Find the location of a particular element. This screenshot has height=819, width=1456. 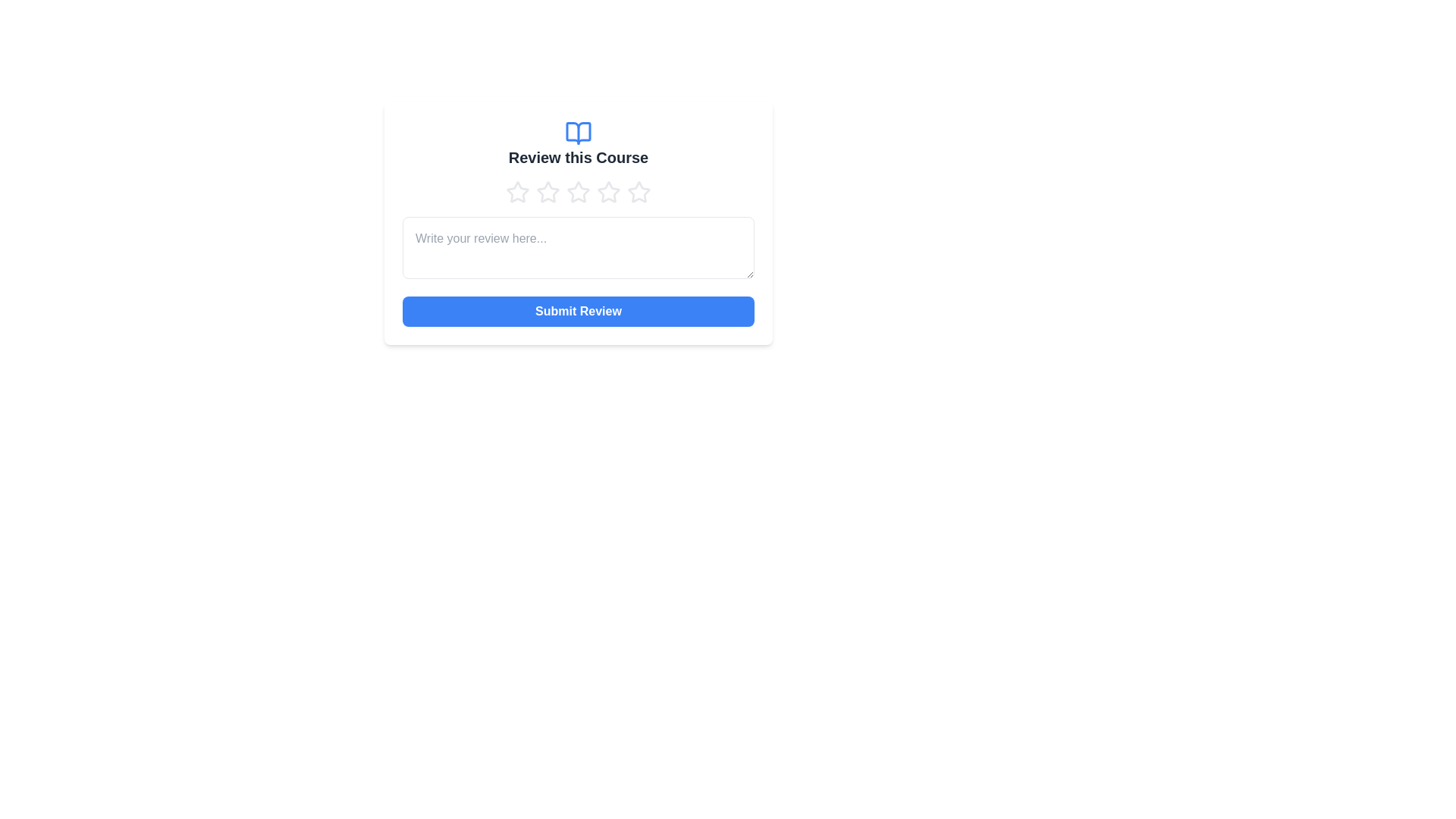

the submit button located at the bottom of the 'Review this Course' card to observe the hover effect is located at coordinates (578, 311).